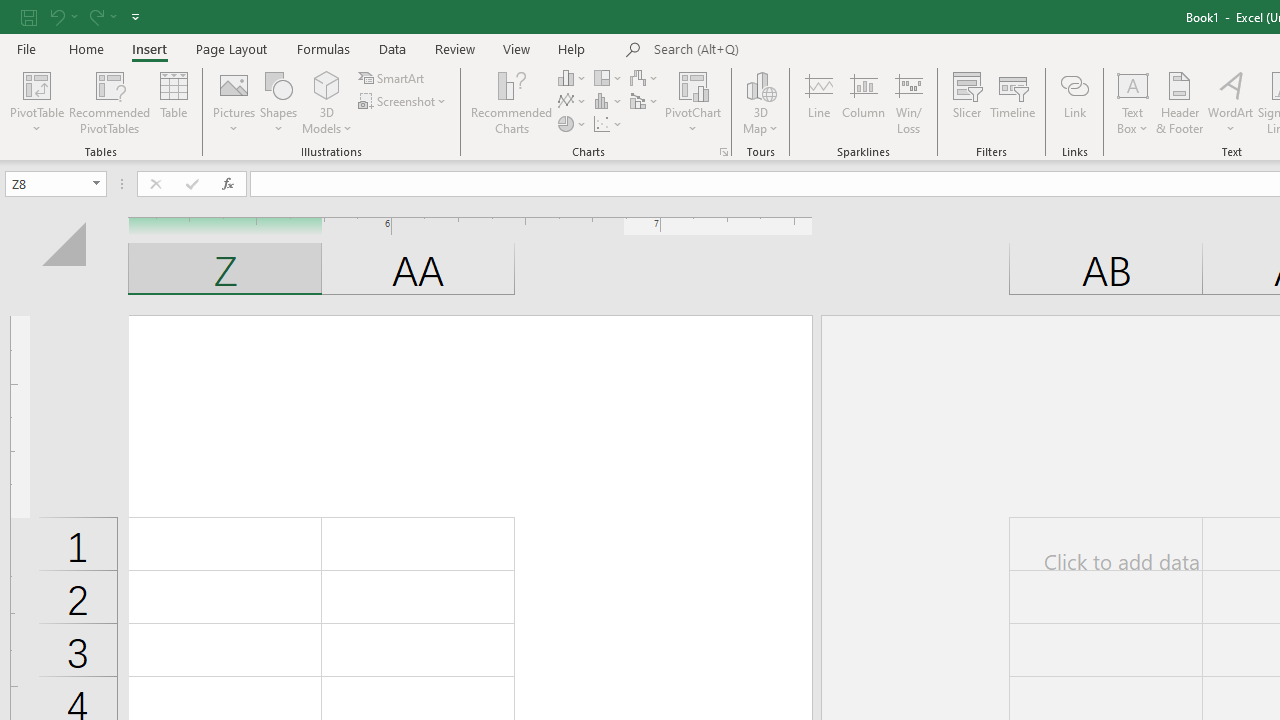 The image size is (1280, 720). What do you see at coordinates (174, 103) in the screenshot?
I see `'Table'` at bounding box center [174, 103].